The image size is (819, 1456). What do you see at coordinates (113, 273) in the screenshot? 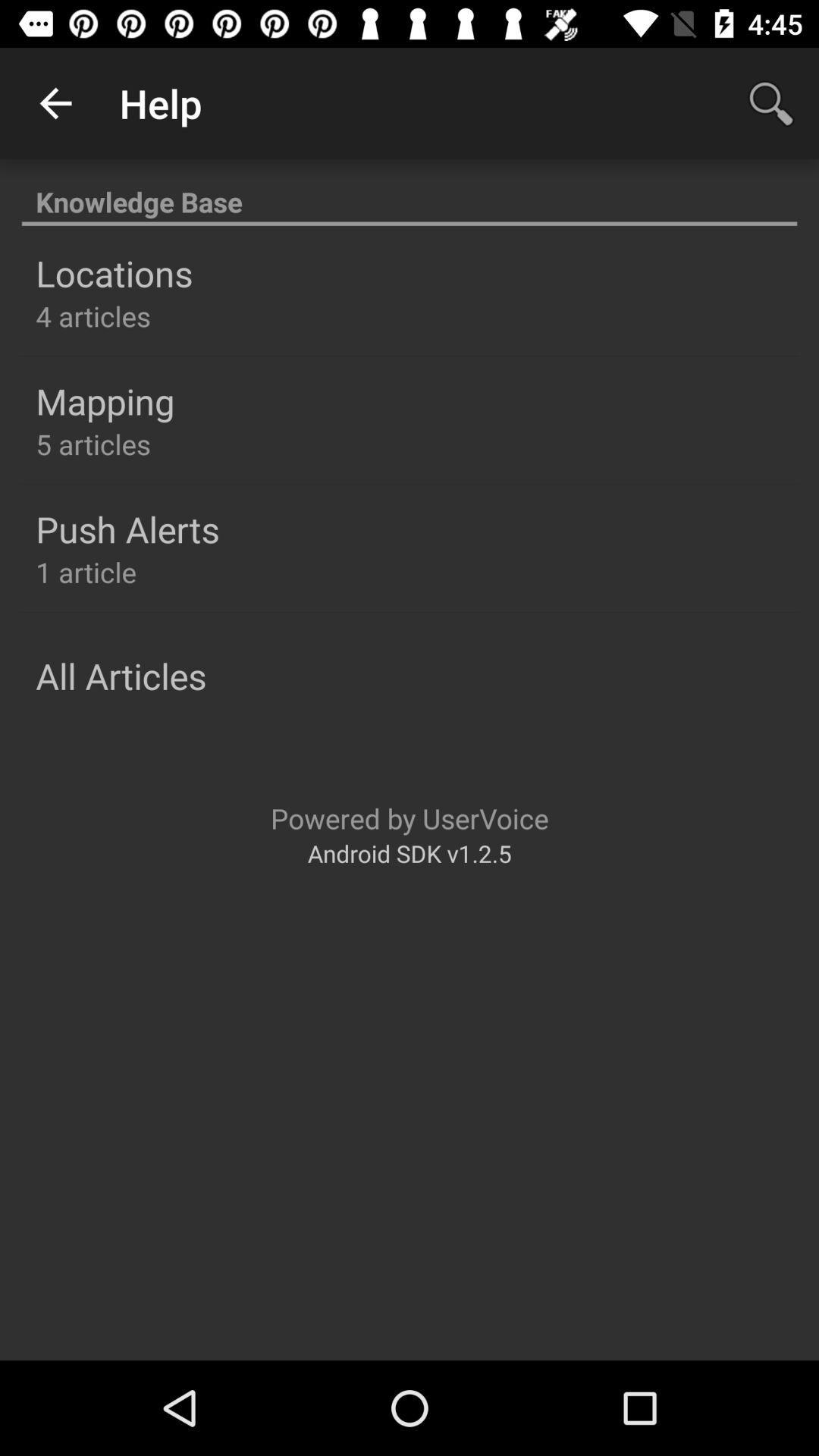
I see `the icon above 4 articles icon` at bounding box center [113, 273].